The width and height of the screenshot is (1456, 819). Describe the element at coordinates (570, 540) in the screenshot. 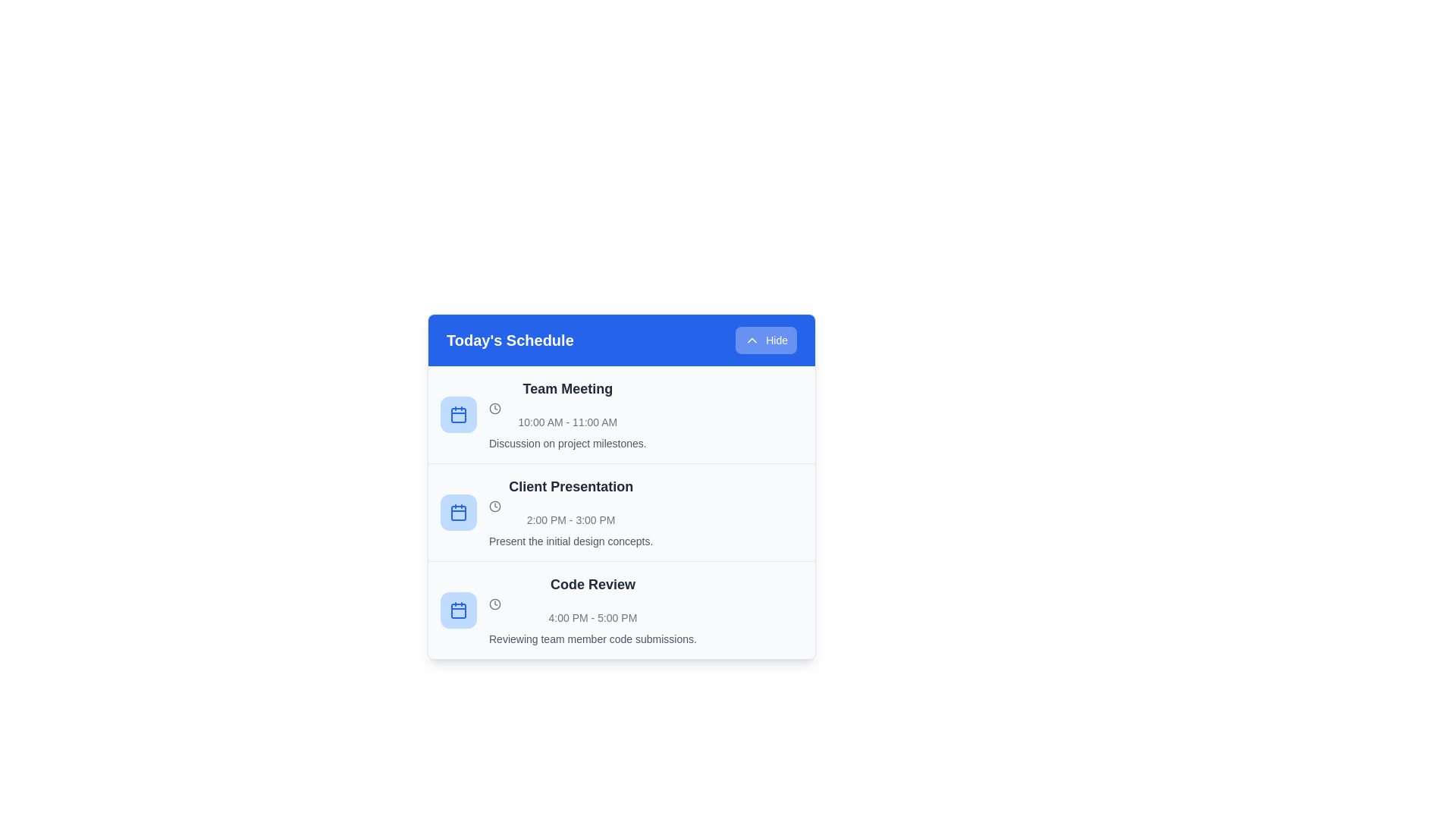

I see `the descriptive text element explaining the 'Client Presentation' meeting, which is located directly below the time range text '2:00 PM - 3:00 PM' within the card labeled 'Client Presentation'` at that location.